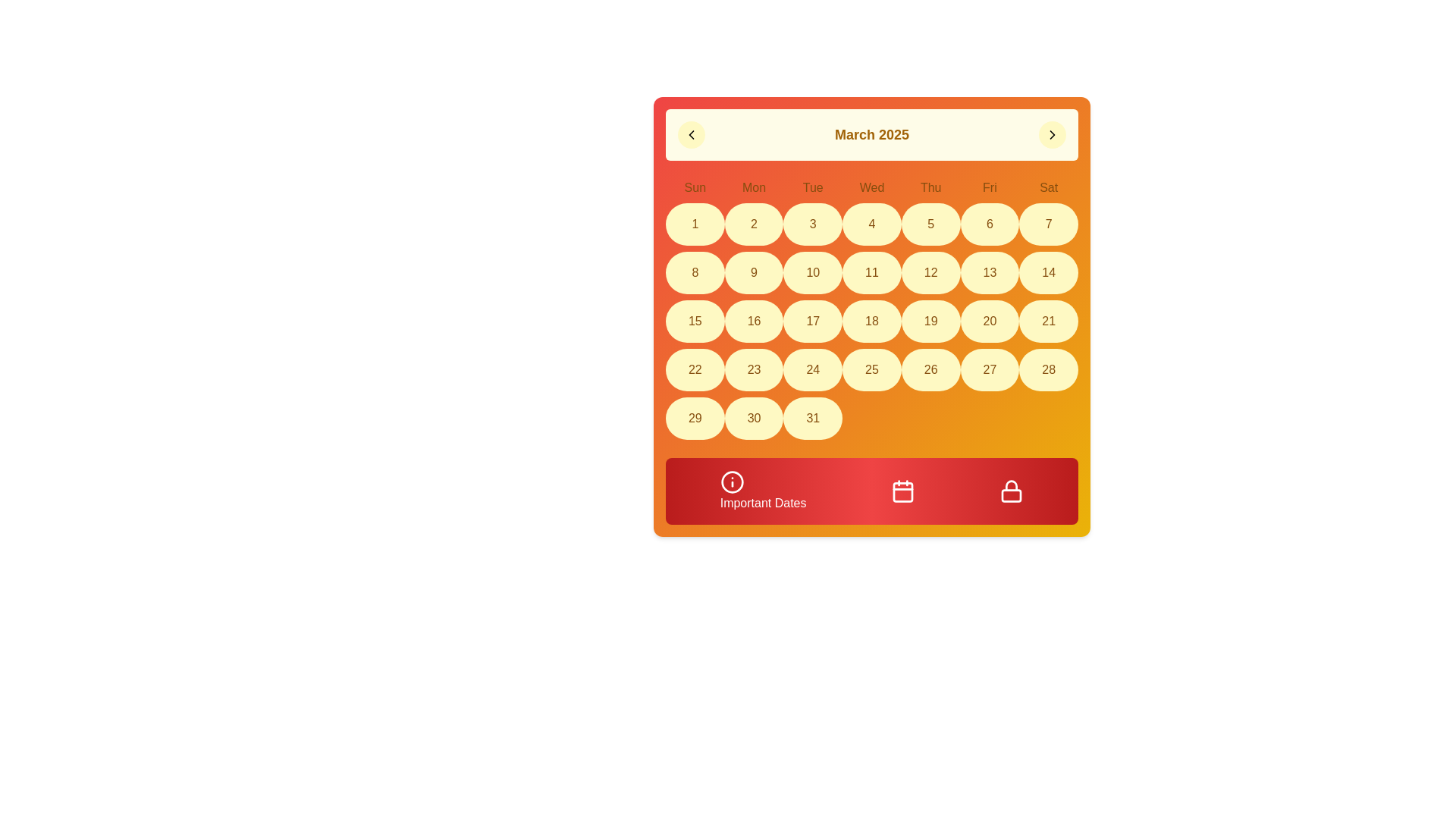 This screenshot has height=819, width=1456. What do you see at coordinates (1012, 496) in the screenshot?
I see `the lock icon component located at the bottom-right corner of the interface, which visually represents the body of a lock` at bounding box center [1012, 496].